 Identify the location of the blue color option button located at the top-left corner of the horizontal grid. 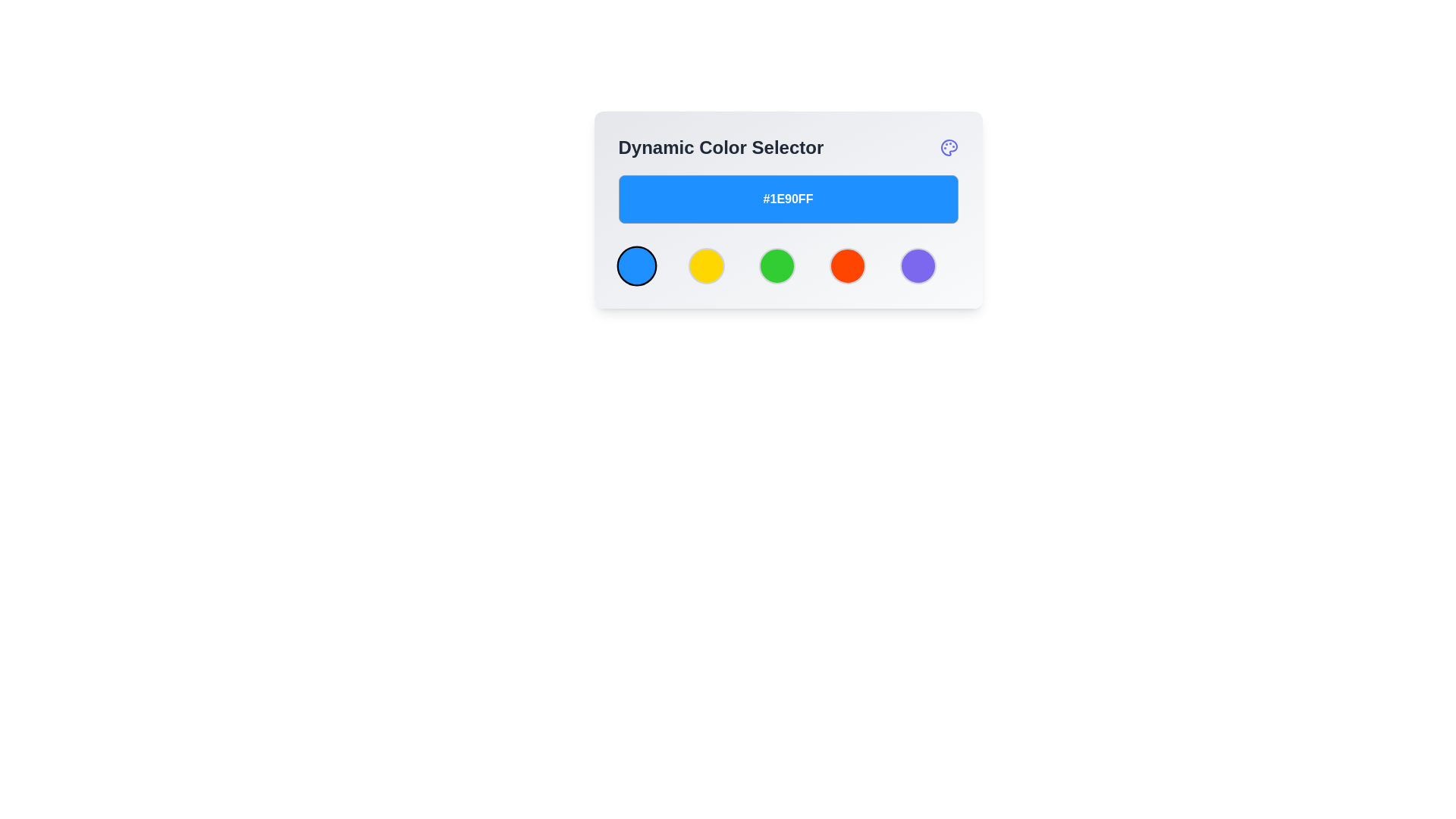
(636, 265).